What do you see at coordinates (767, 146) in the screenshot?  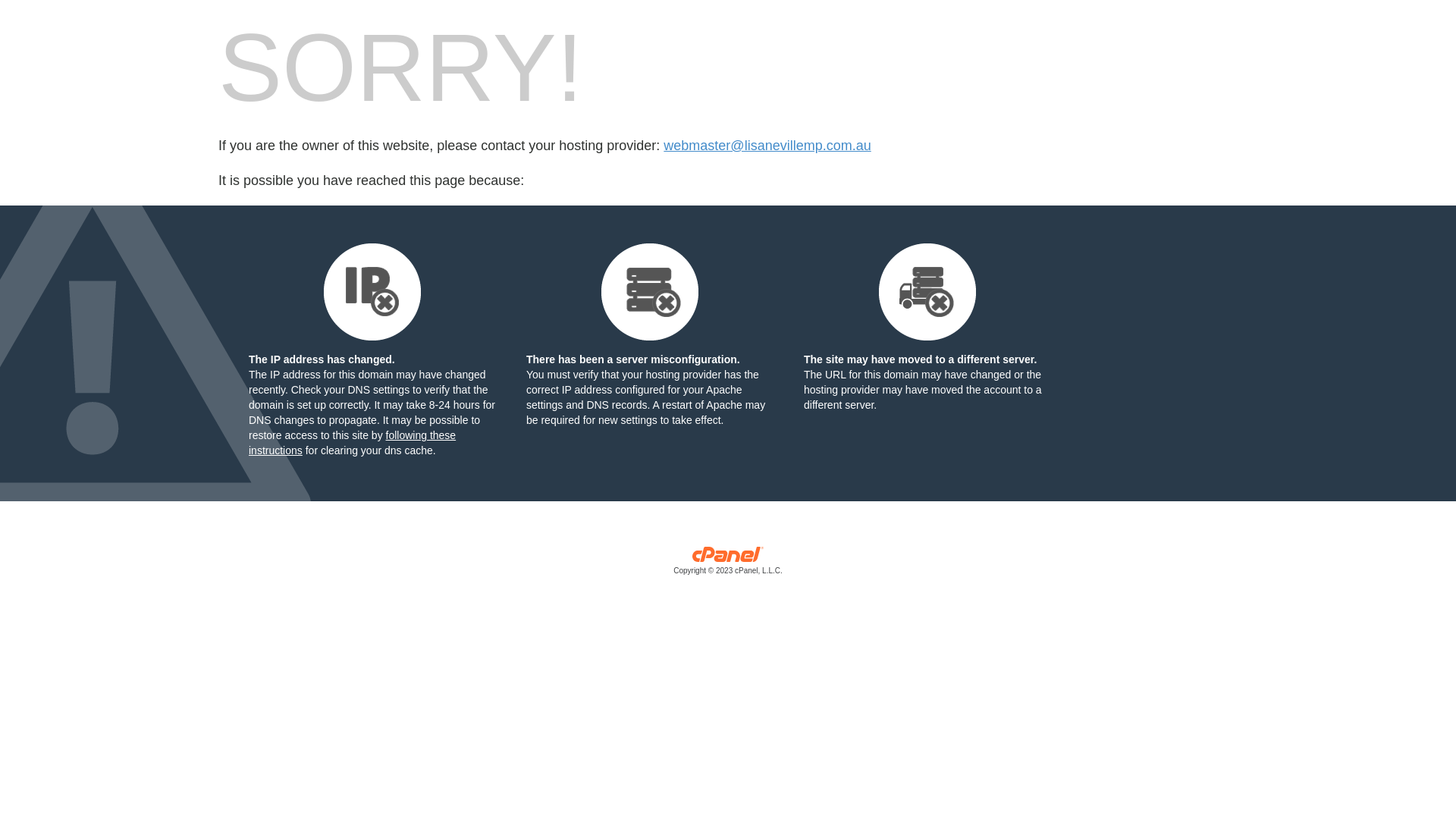 I see `'webmaster@lisanevillemp.com.au'` at bounding box center [767, 146].